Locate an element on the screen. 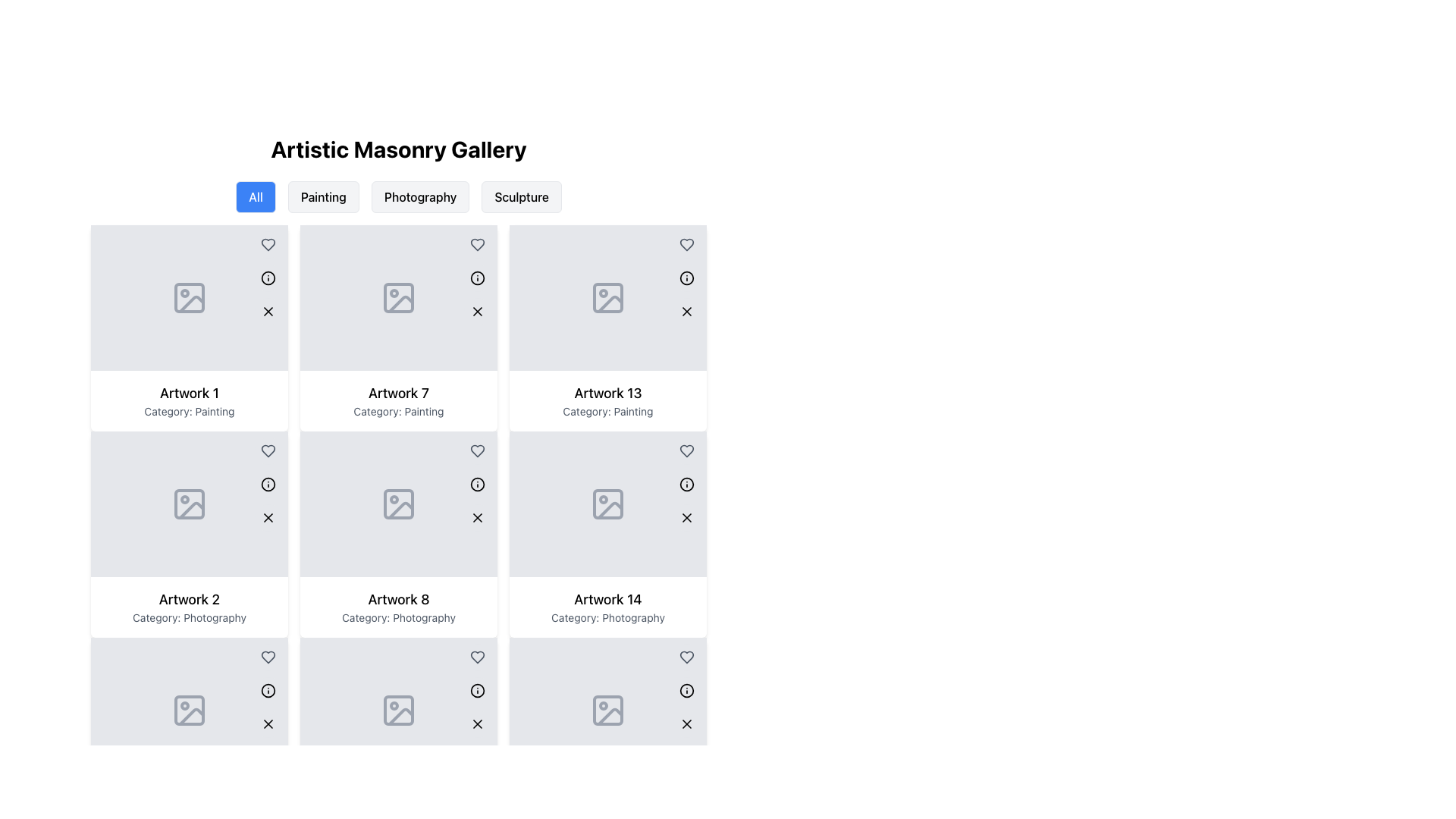 This screenshot has width=1456, height=819. the Image placeholder icon located in the top-left corner of the grid layout for 'Artwork 1 (Category: Painting)' is located at coordinates (188, 298).